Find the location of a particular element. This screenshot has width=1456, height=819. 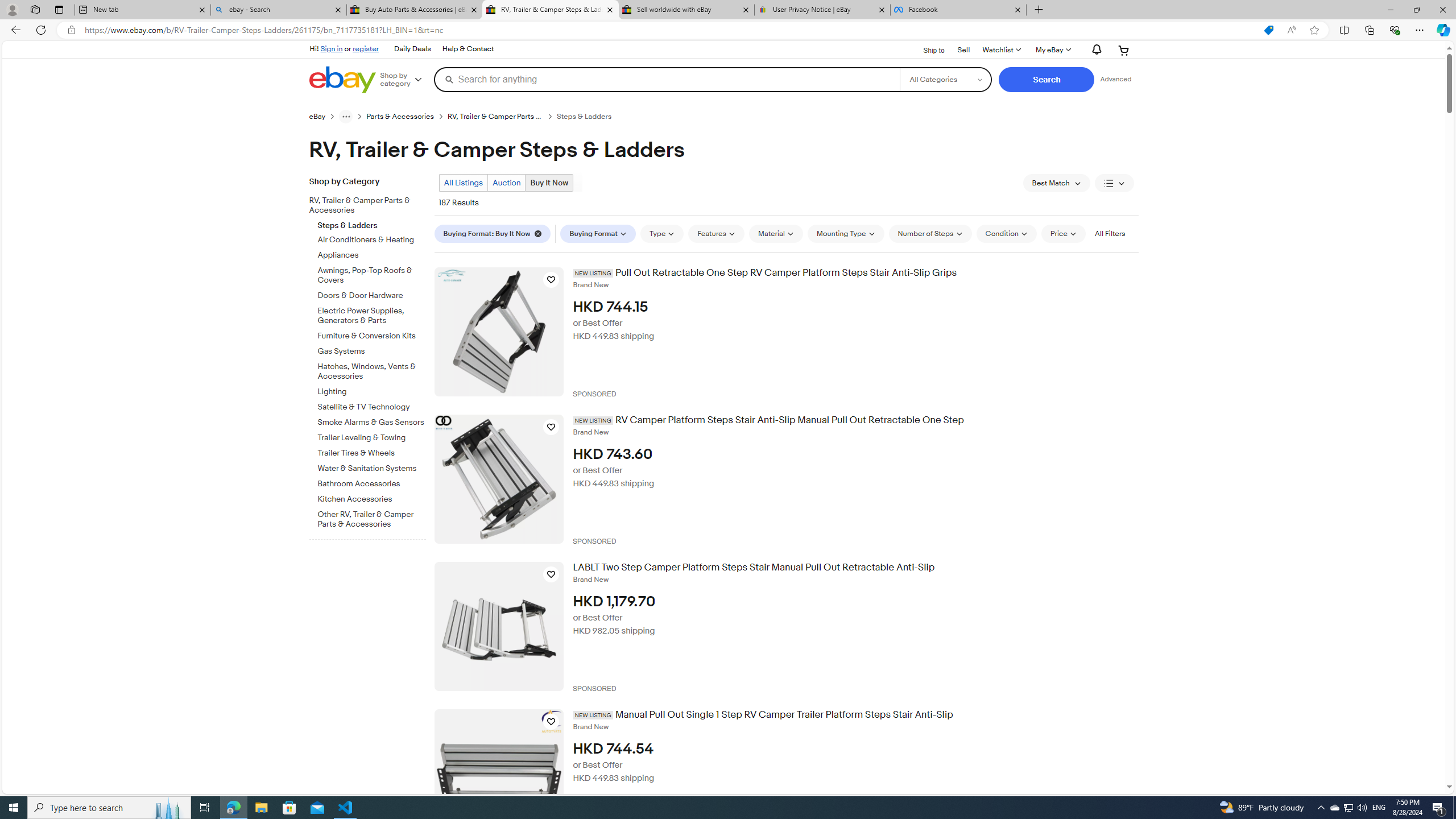

'Parts & Accessories' is located at coordinates (407, 116).